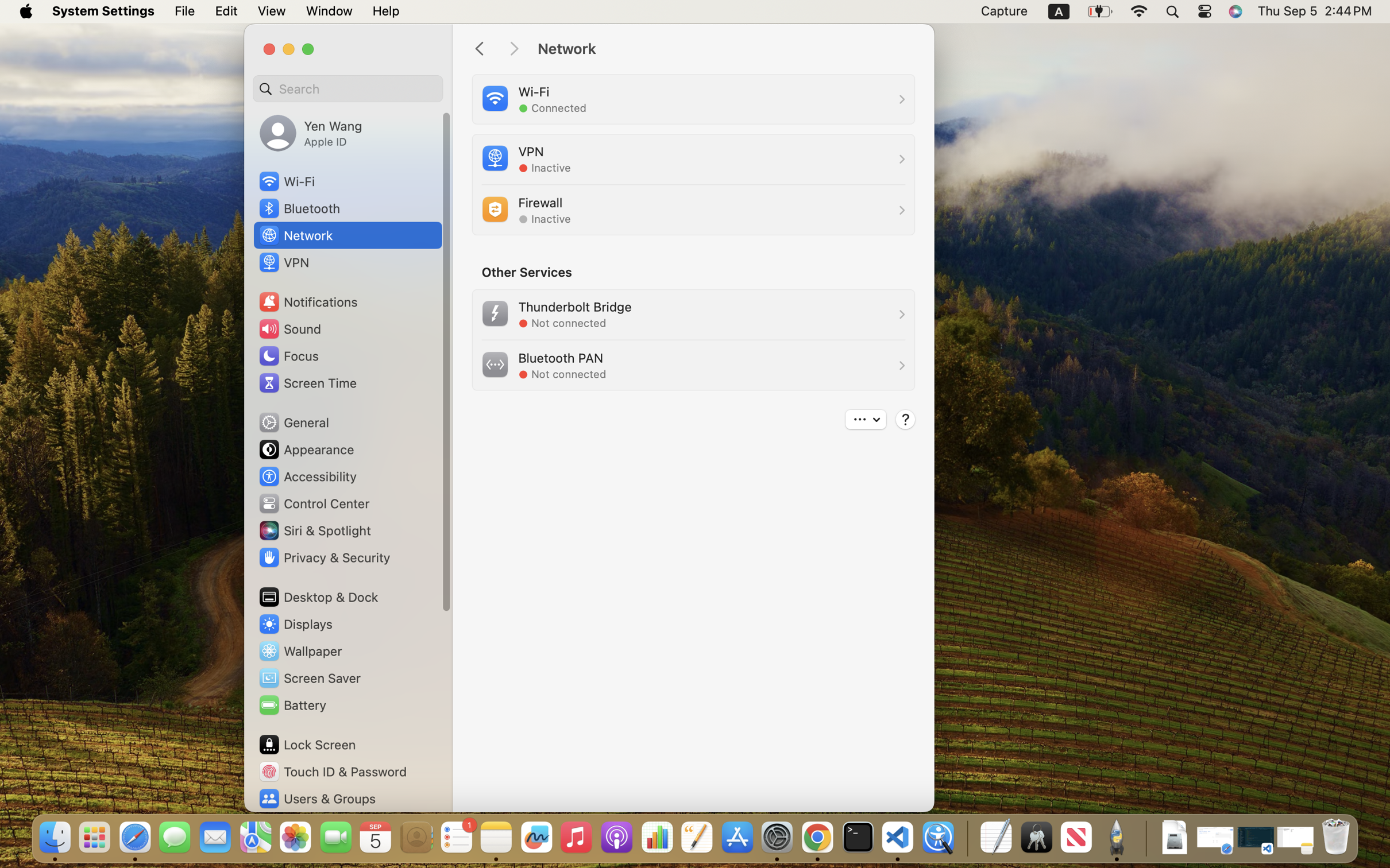  What do you see at coordinates (310, 677) in the screenshot?
I see `'Screen Saver'` at bounding box center [310, 677].